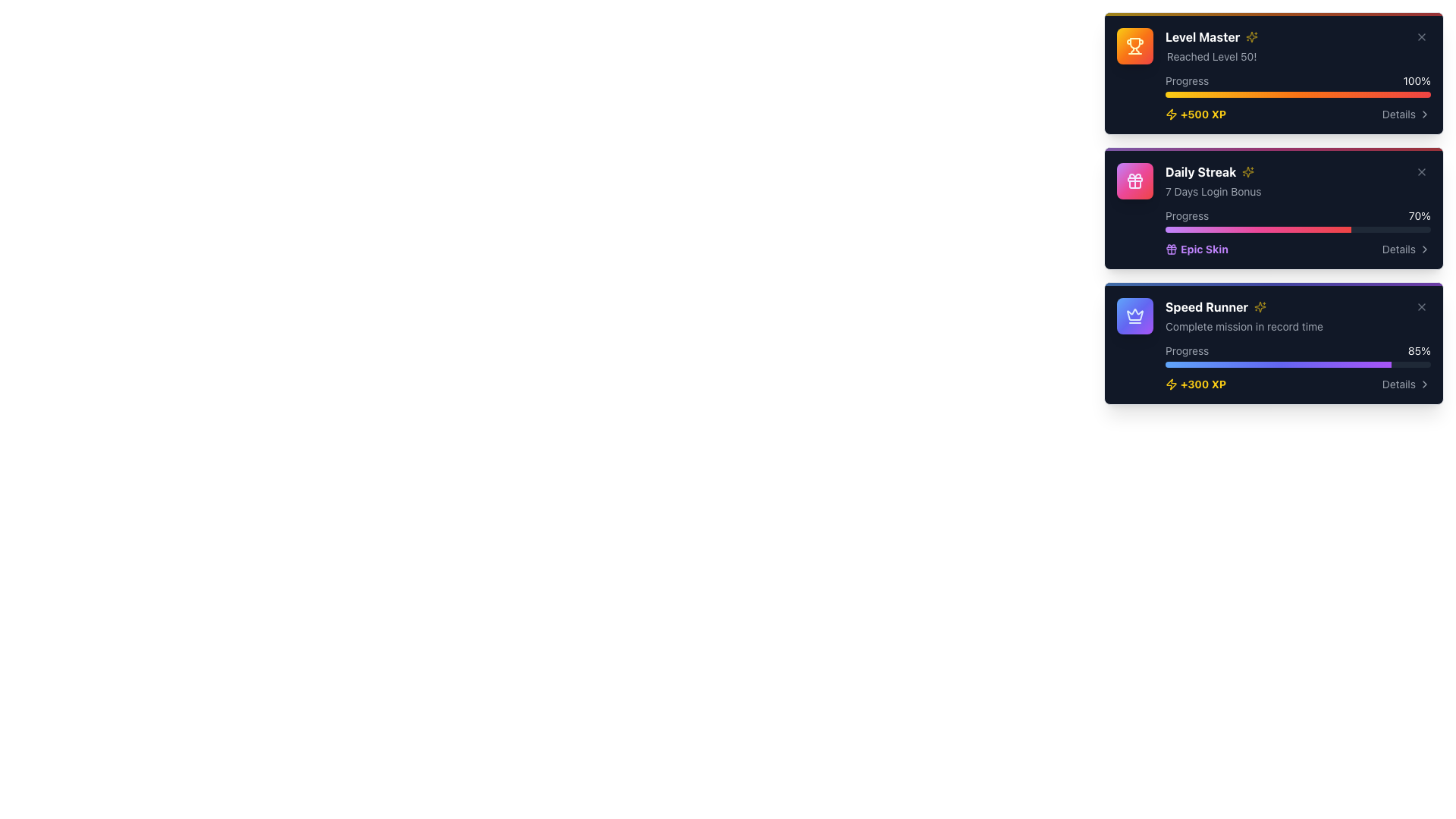  I want to click on the crown icon with a gradient blue to purple background, located at the beginning of the 'Speed Runner' achievement card, positioned above the 'Speed Runner' text, so click(1135, 315).